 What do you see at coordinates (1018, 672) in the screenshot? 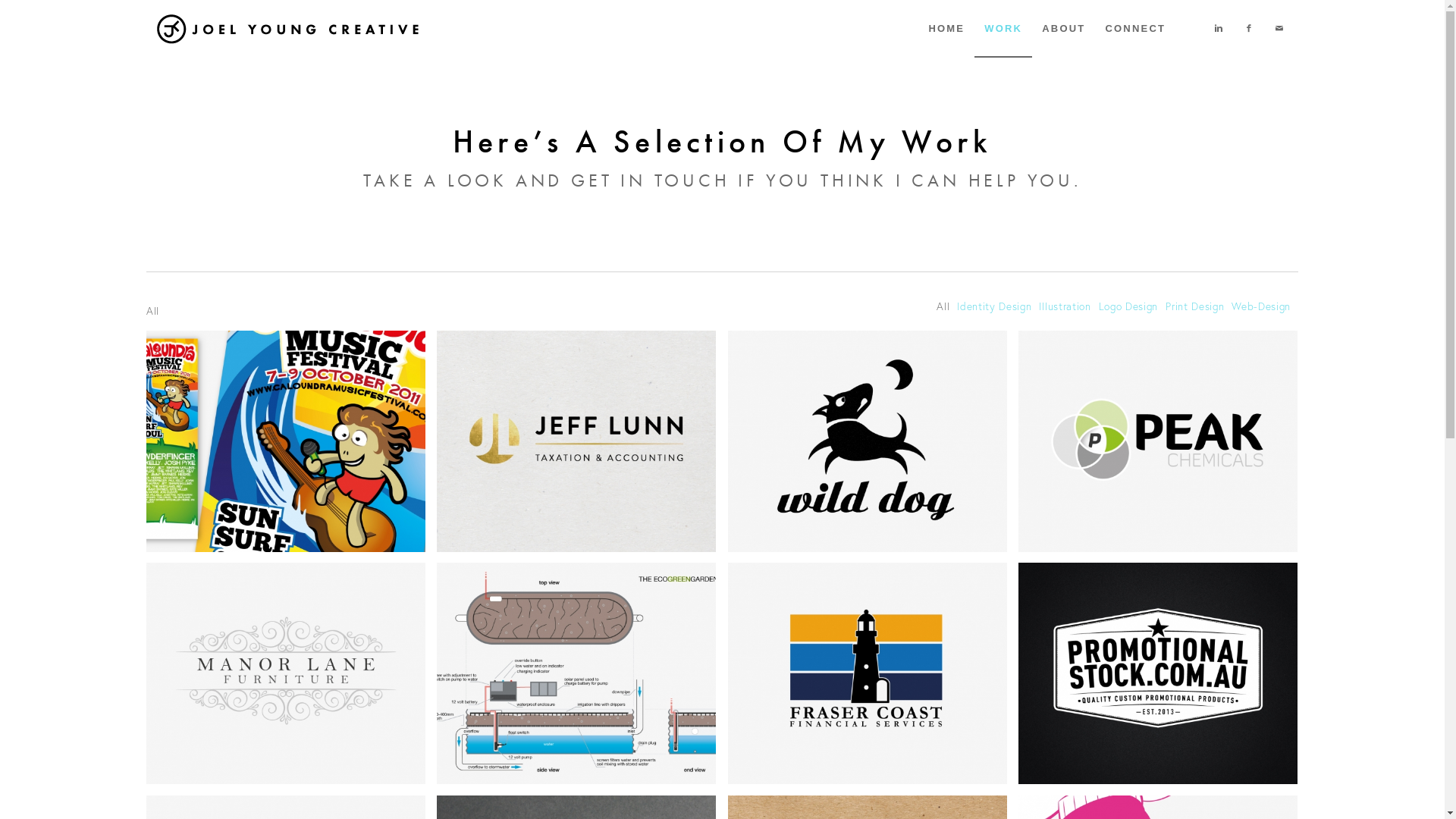
I see `'promostock-logo'` at bounding box center [1018, 672].